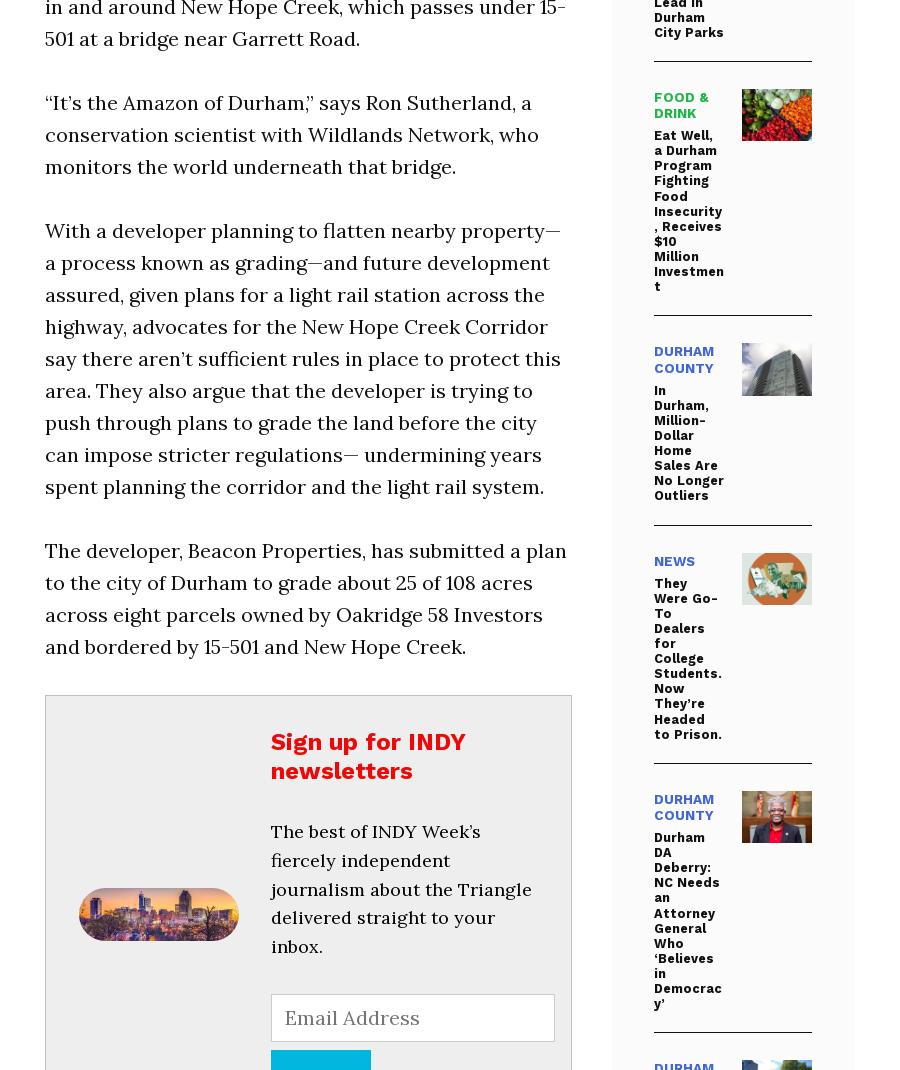 The image size is (900, 1070). Describe the element at coordinates (44, 356) in the screenshot. I see `'With a developer planning to flatten nearby property—a process known as grading—and future development assured, given plans for a light rail station across the highway, advocates for the New Hope Creek Corridor say there aren’t sufficient rules in place to protect this area. They also argue that the developer is trying to push through plans to grade the land before the city can impose stricter regulations— undermining years spent planning the corridor and the light rail system.'` at that location.